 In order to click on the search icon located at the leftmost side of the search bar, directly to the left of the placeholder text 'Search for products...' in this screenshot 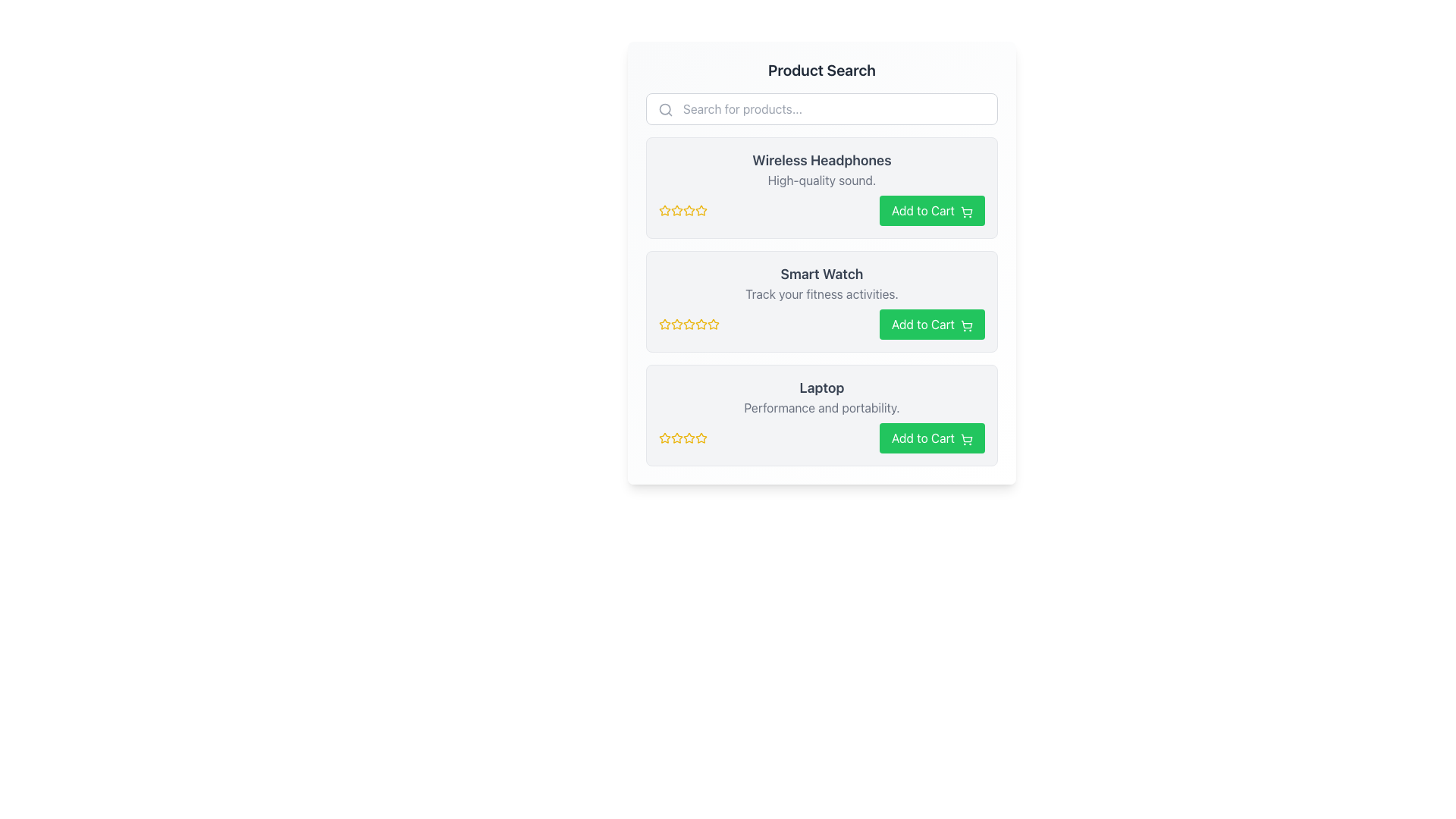, I will do `click(666, 109)`.